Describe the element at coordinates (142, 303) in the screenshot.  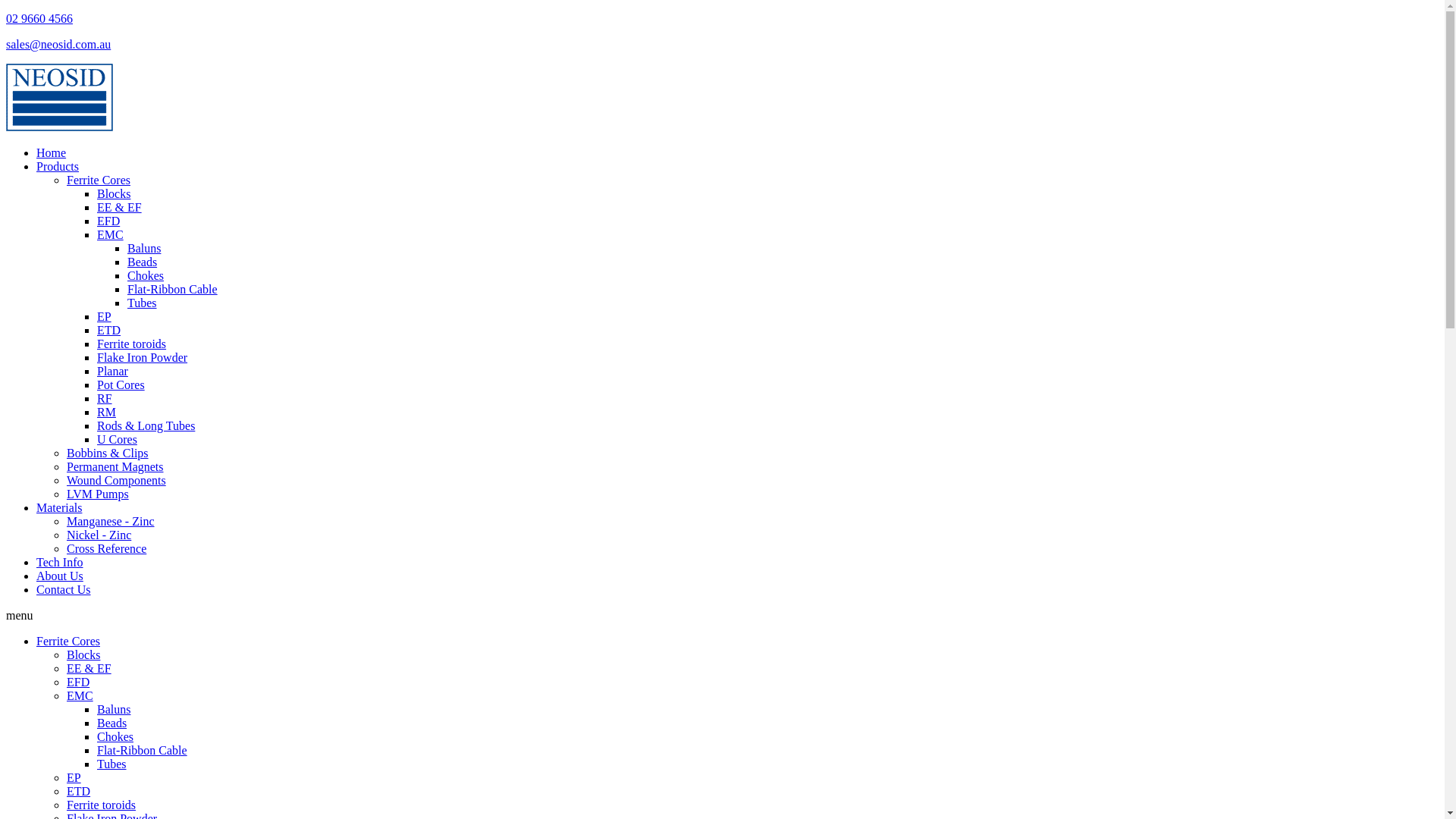
I see `'Tubes'` at that location.